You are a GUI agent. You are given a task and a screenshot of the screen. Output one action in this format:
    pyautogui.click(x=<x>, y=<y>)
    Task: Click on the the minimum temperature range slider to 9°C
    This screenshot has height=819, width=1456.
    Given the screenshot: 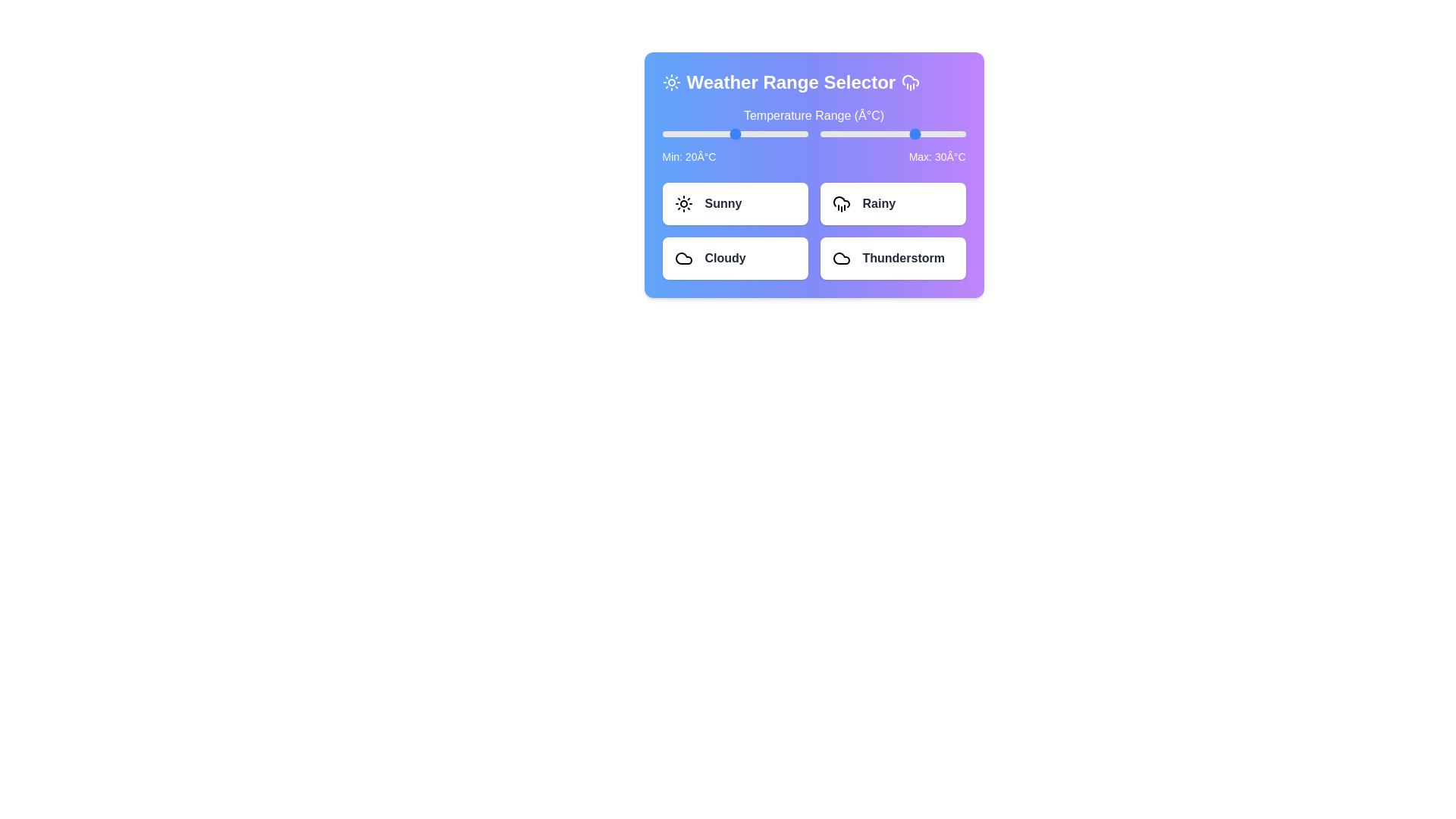 What is the action you would take?
    pyautogui.click(x=708, y=133)
    